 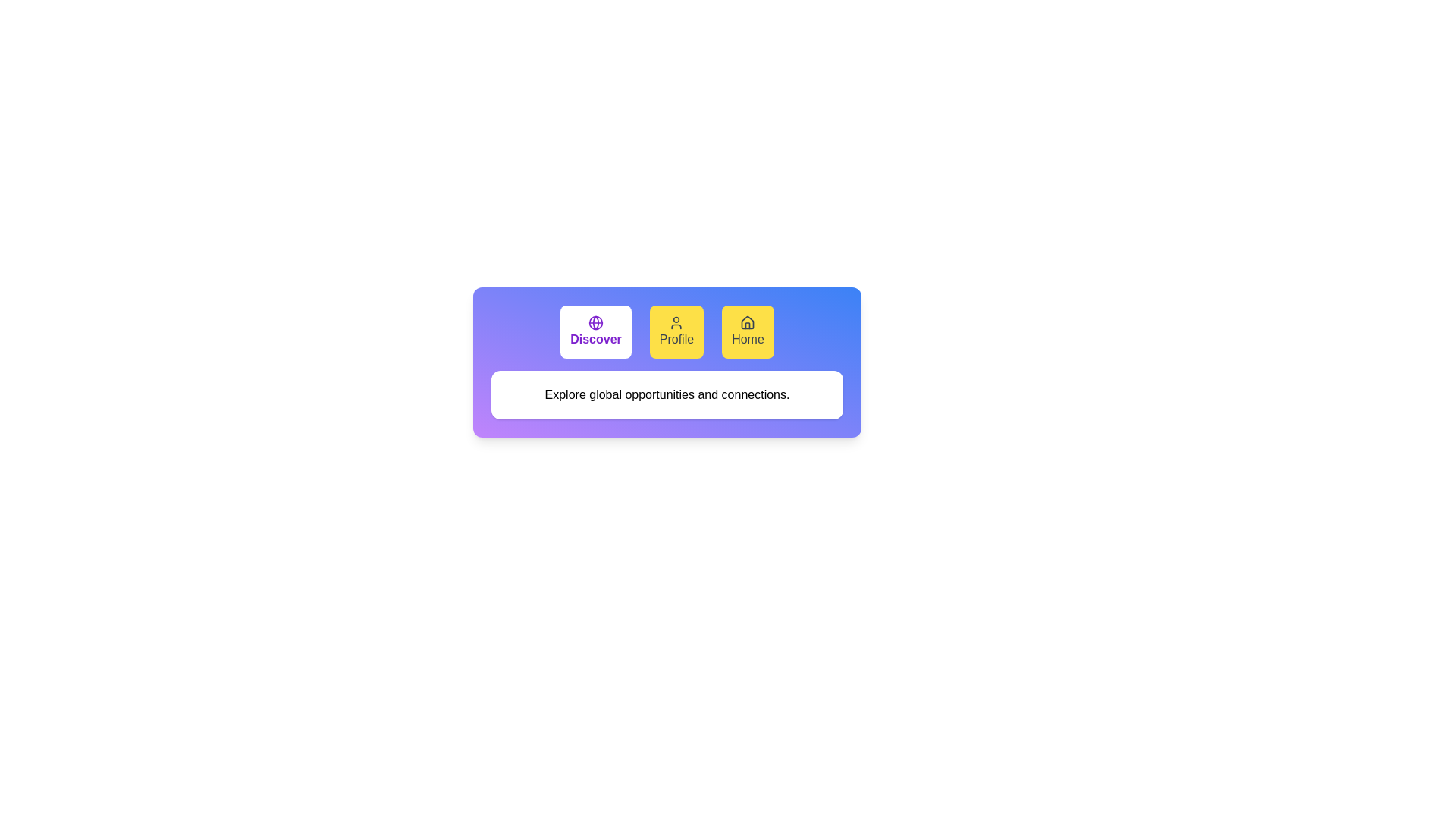 I want to click on the decorative globe icon that is part of the 'Discover' button, located at the top left of the button group, so click(x=595, y=322).